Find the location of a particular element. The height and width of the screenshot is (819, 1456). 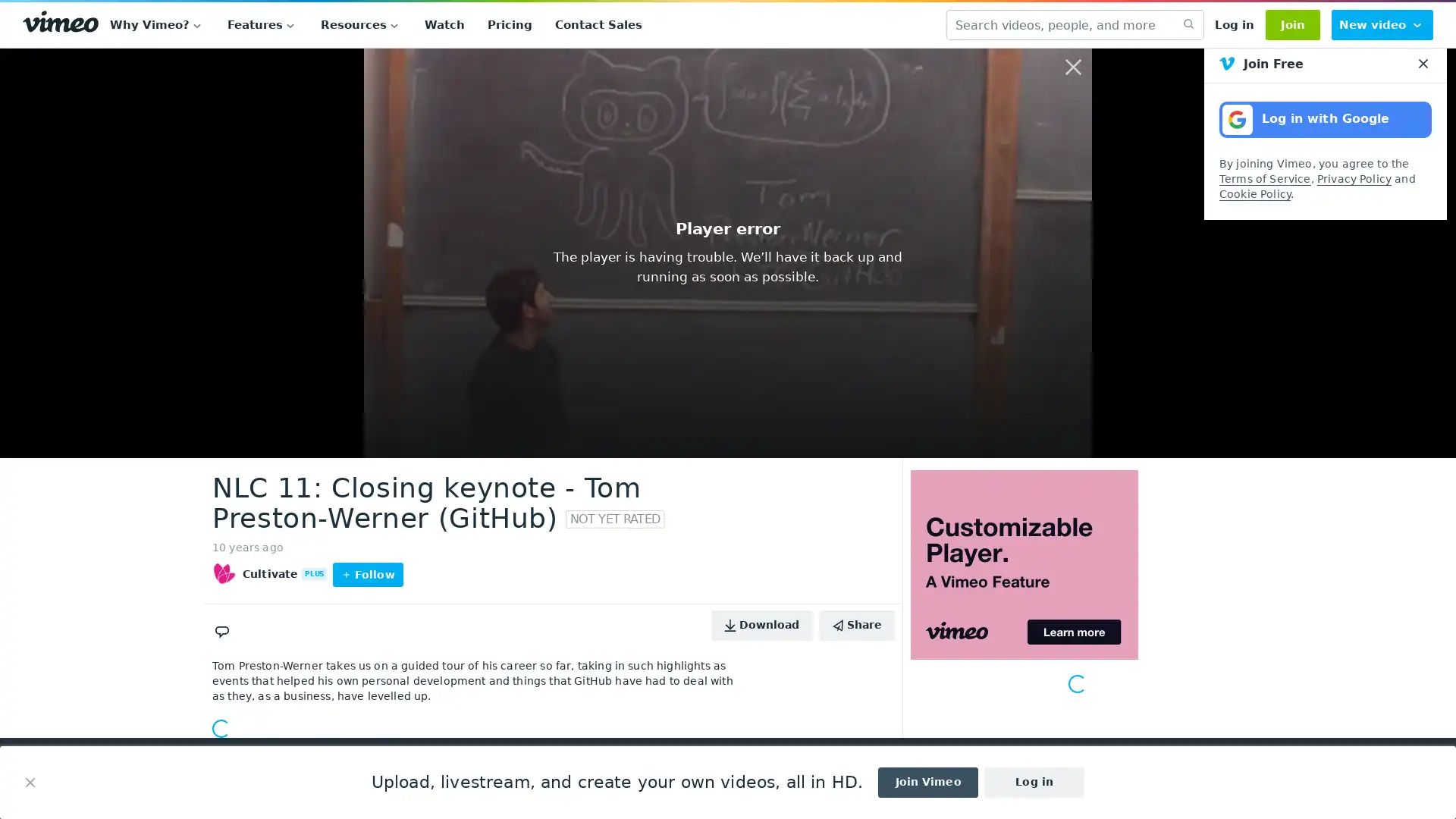

Resources is located at coordinates (360, 25).